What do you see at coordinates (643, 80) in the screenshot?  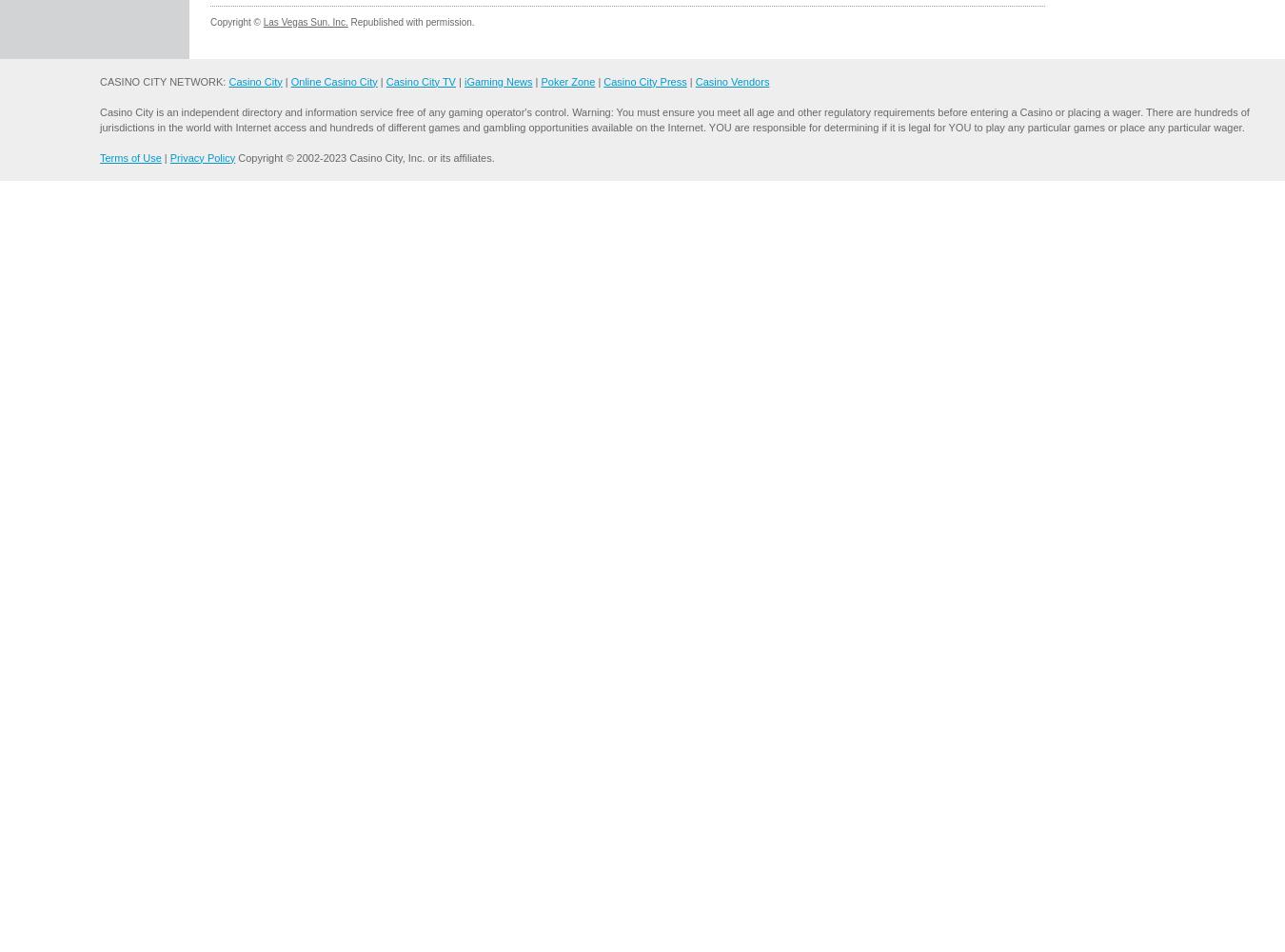 I see `'Casino City Press'` at bounding box center [643, 80].